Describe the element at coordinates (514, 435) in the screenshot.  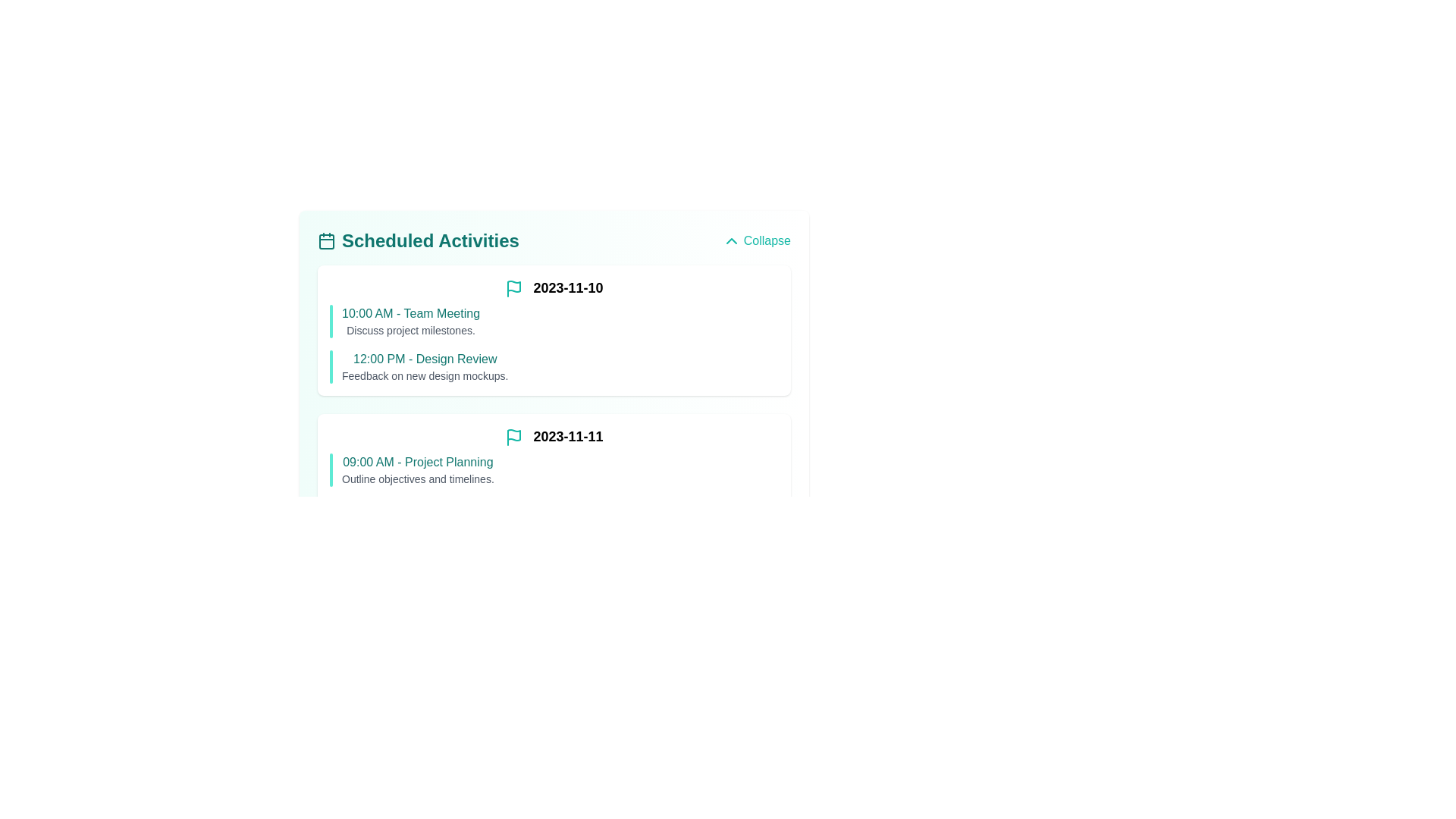
I see `the teal SVG graphical element shaped like a waving flag, positioned beside the date '2023-11-10' in the UI` at that location.